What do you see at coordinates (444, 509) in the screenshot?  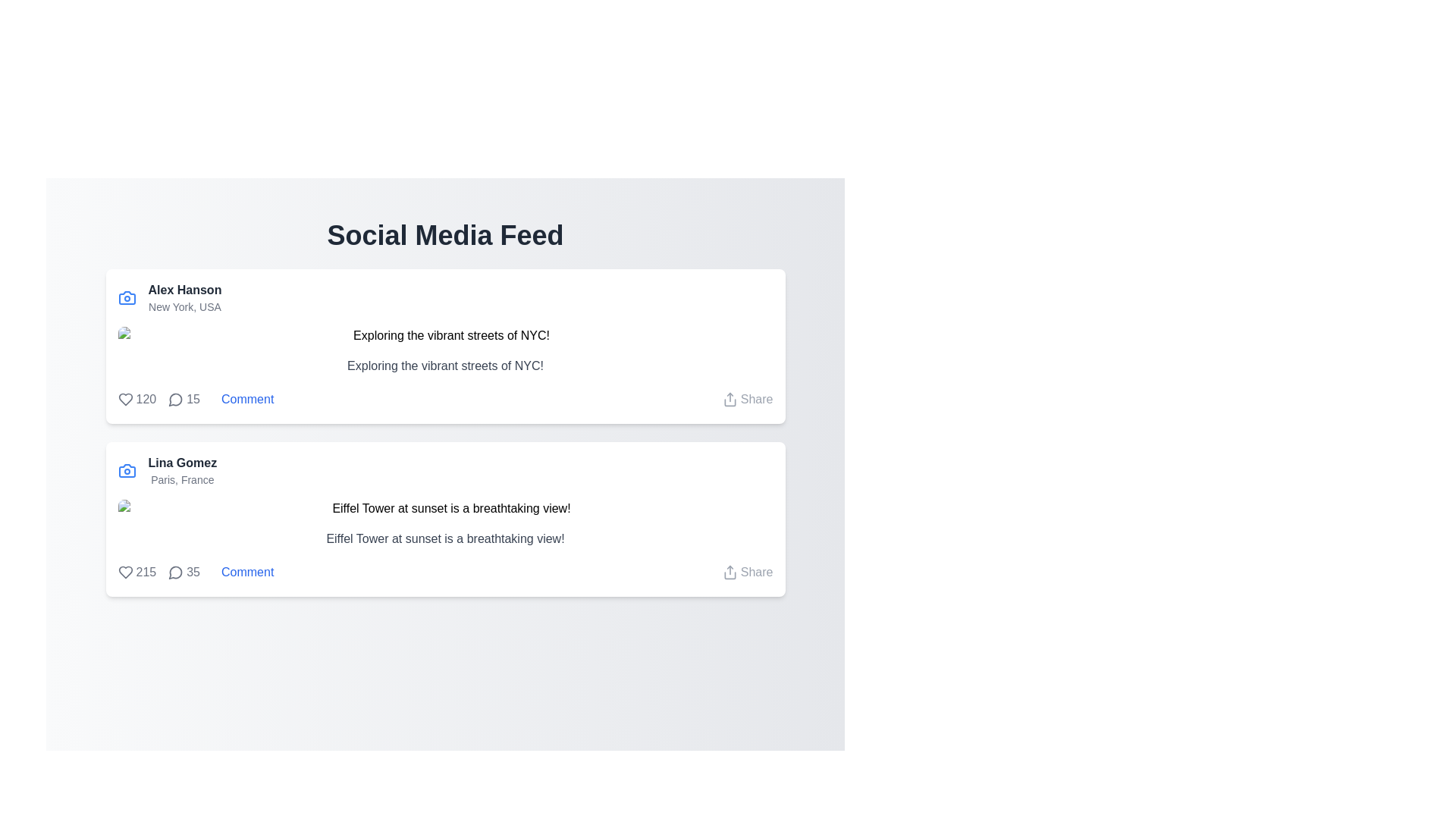 I see `the image in the second post attributed to Lina Gomez from Paris, France, which enhances the user's visual engagement with the post` at bounding box center [444, 509].